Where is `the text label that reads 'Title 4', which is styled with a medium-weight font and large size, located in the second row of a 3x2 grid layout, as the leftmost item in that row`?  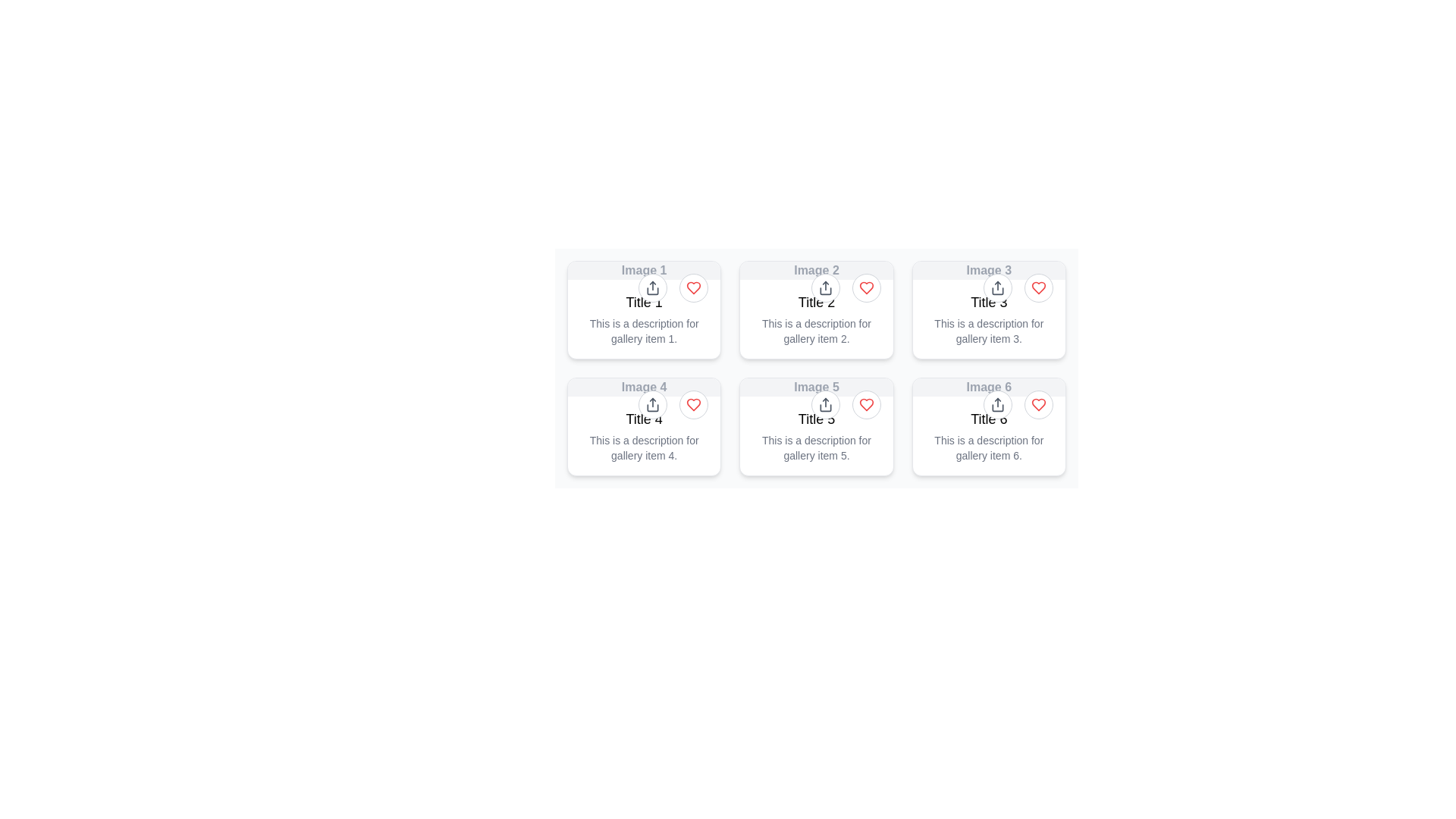
the text label that reads 'Title 4', which is styled with a medium-weight font and large size, located in the second row of a 3x2 grid layout, as the leftmost item in that row is located at coordinates (644, 419).